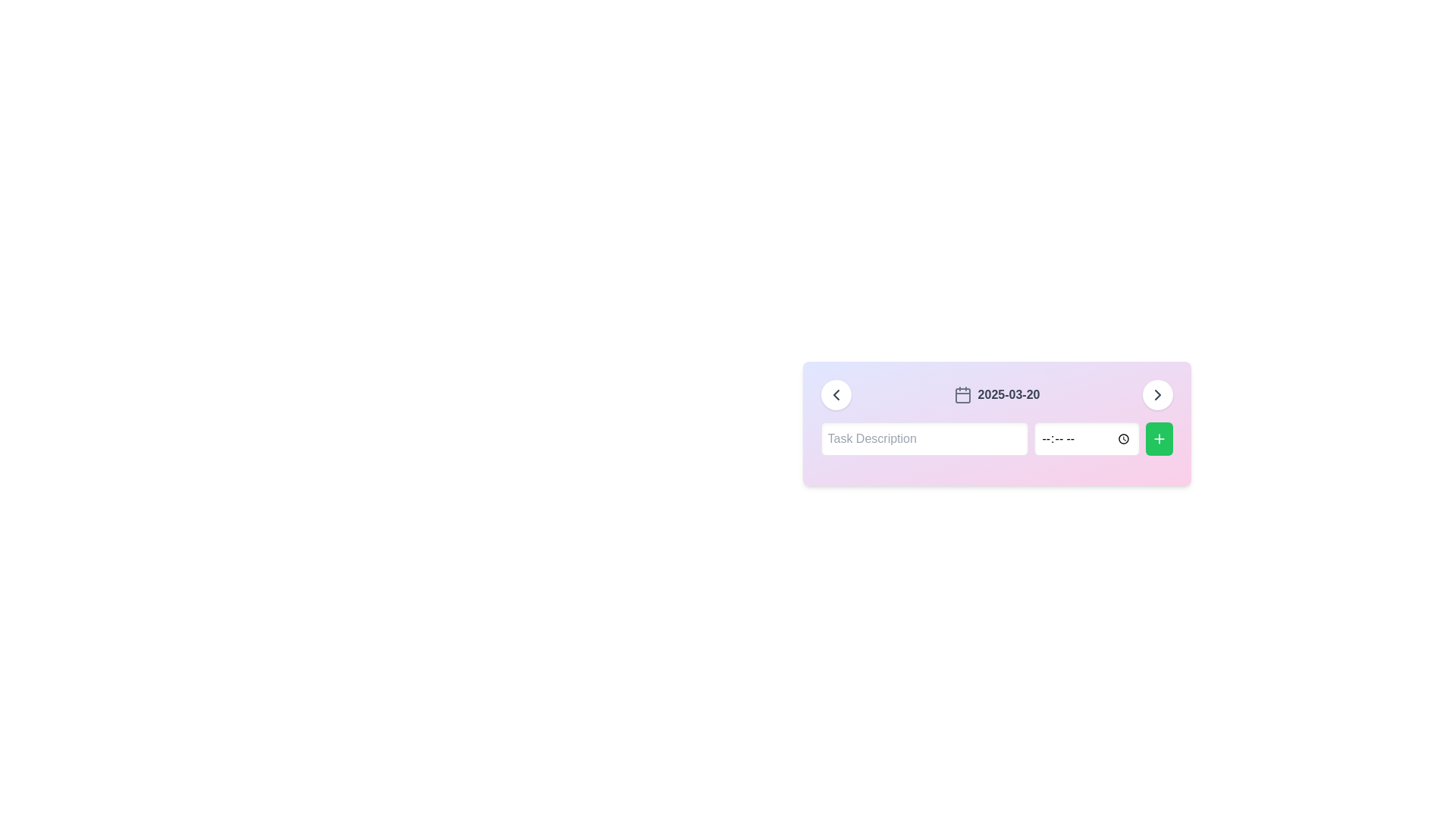 The height and width of the screenshot is (819, 1456). I want to click on the Chevron Left icon/button, which serves as a navigation control to go back to a previous view, to potentially display a tooltip, so click(835, 394).